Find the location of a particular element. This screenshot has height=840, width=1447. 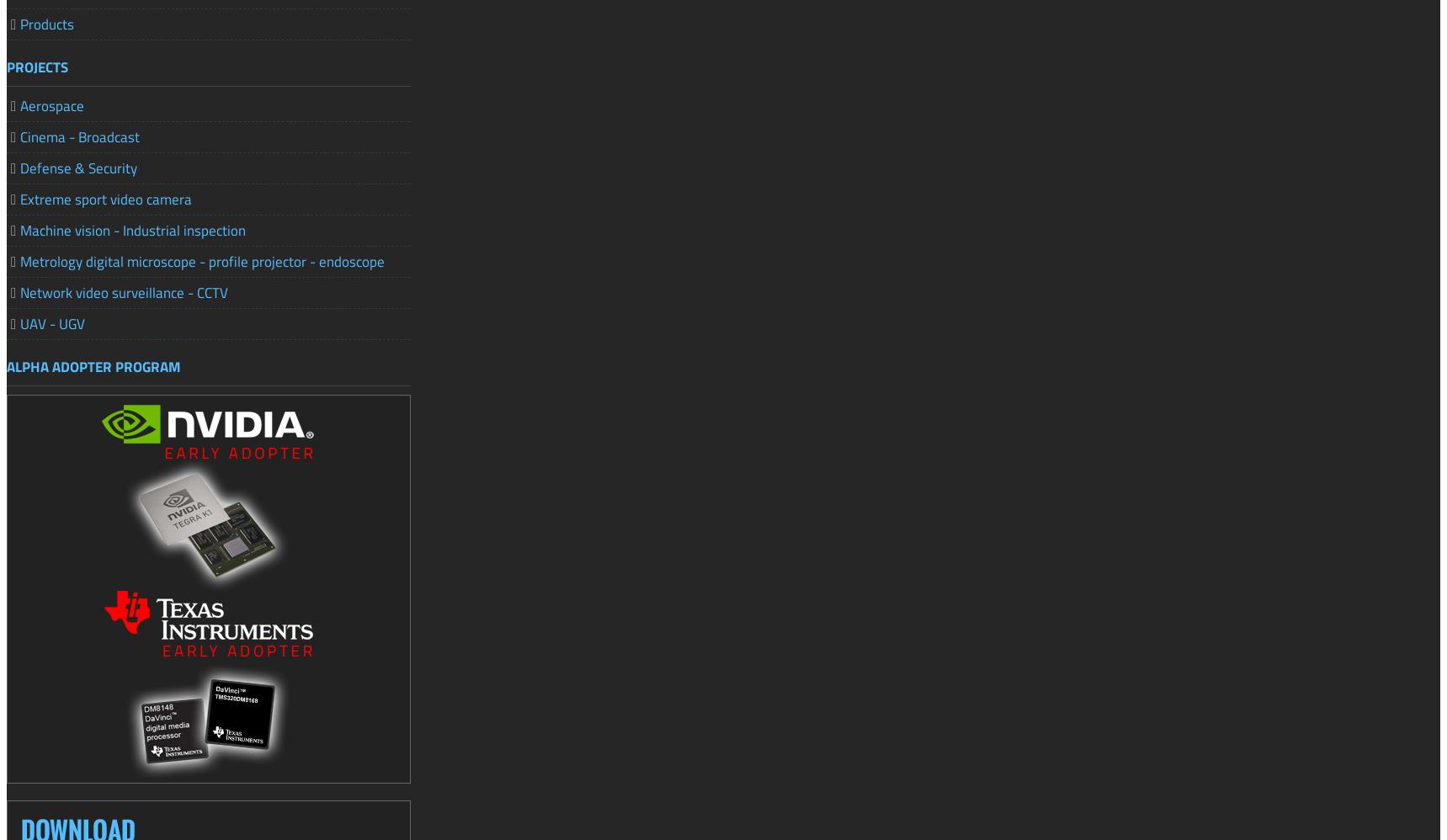

'ALPHA ADOPTER PROGRAM' is located at coordinates (93, 366).